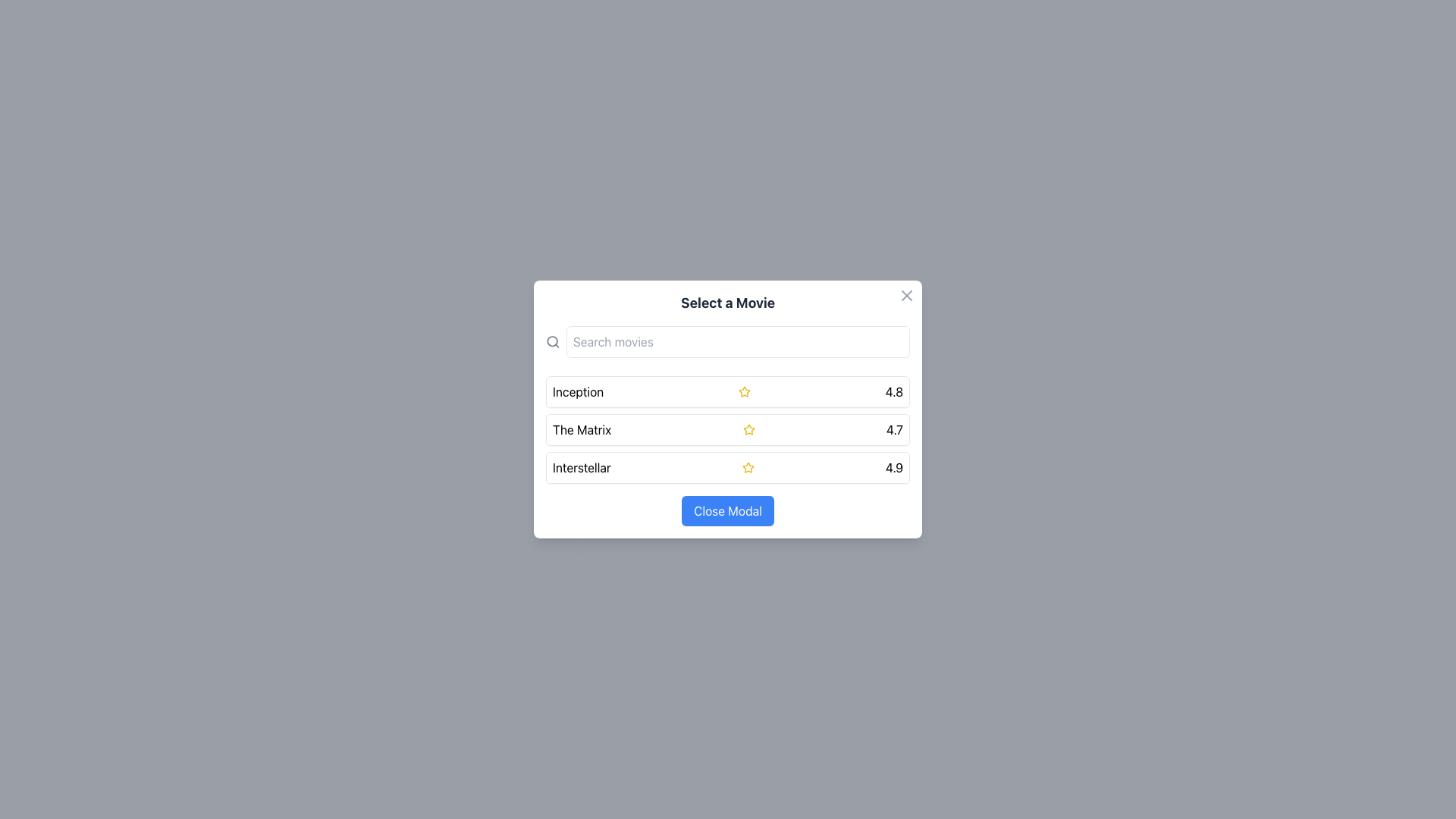 This screenshot has width=1456, height=819. What do you see at coordinates (894, 467) in the screenshot?
I see `the text label displaying '4.9' in bold, located on the far-right side of the 'Interstellar' row to trigger tooltips` at bounding box center [894, 467].